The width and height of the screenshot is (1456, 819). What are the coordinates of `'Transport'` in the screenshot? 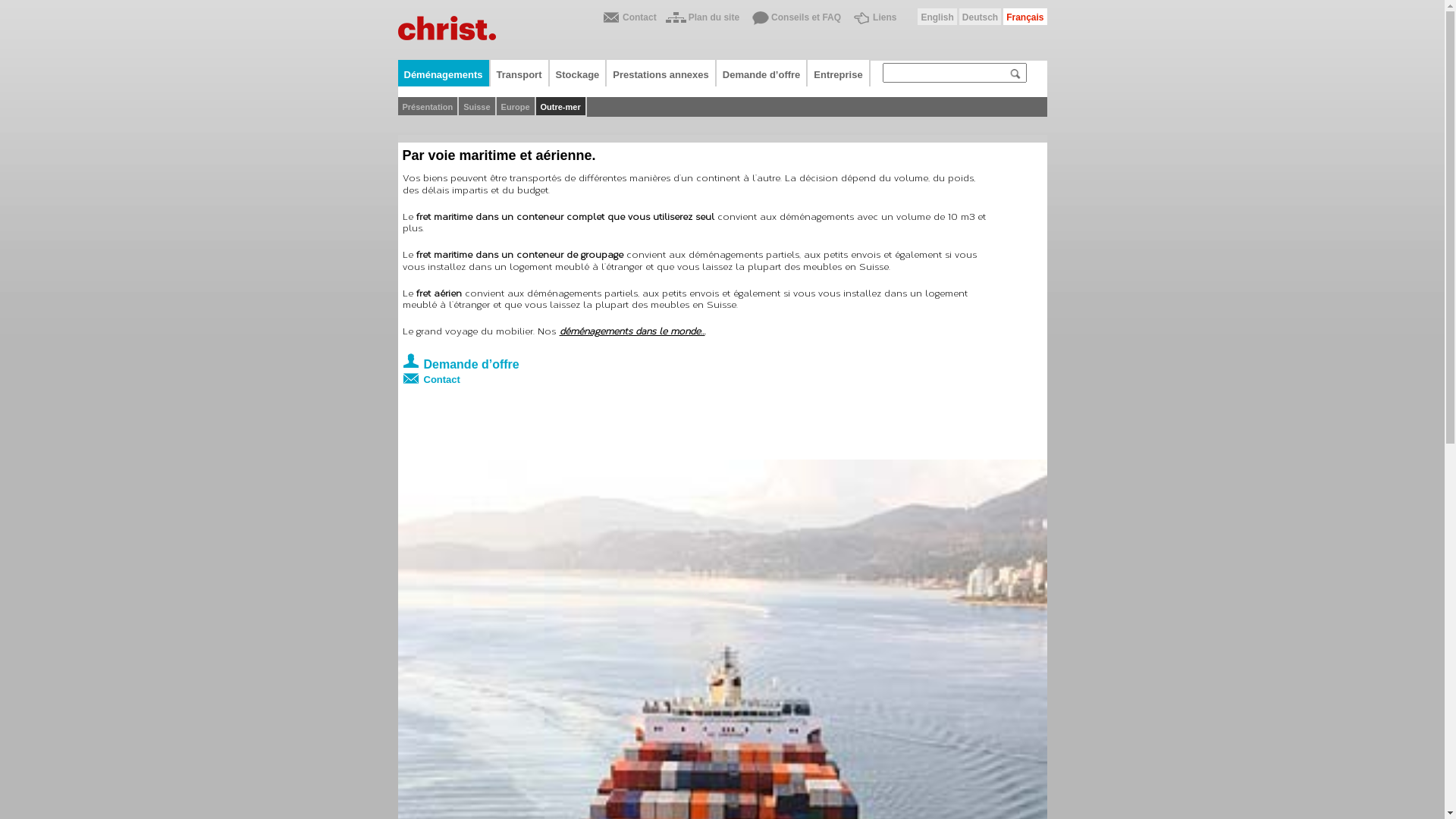 It's located at (520, 73).